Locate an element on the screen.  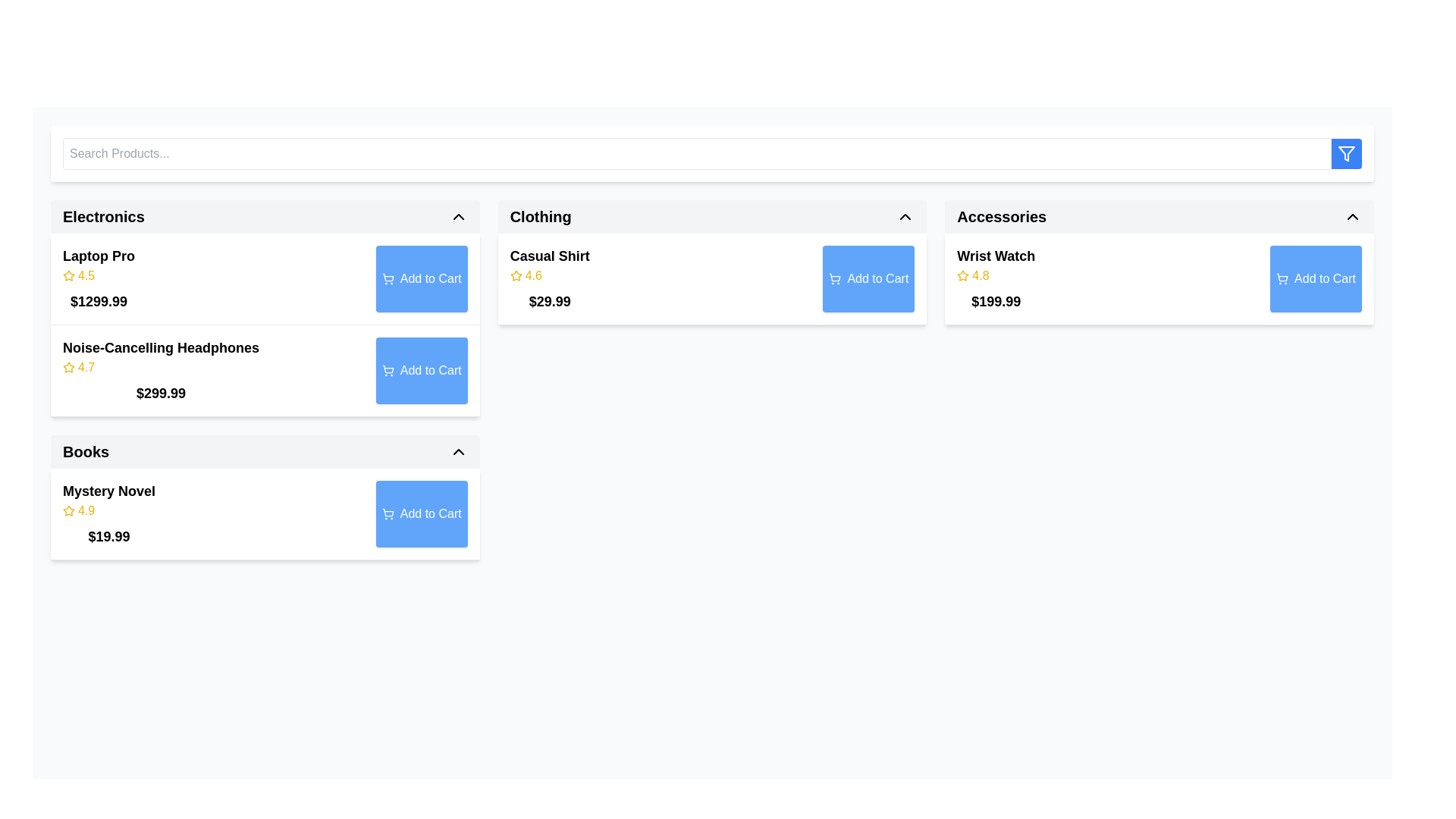
the product details by reading the contents of the 'Wrist Watch' card component located in the Accessories section is located at coordinates (1159, 279).